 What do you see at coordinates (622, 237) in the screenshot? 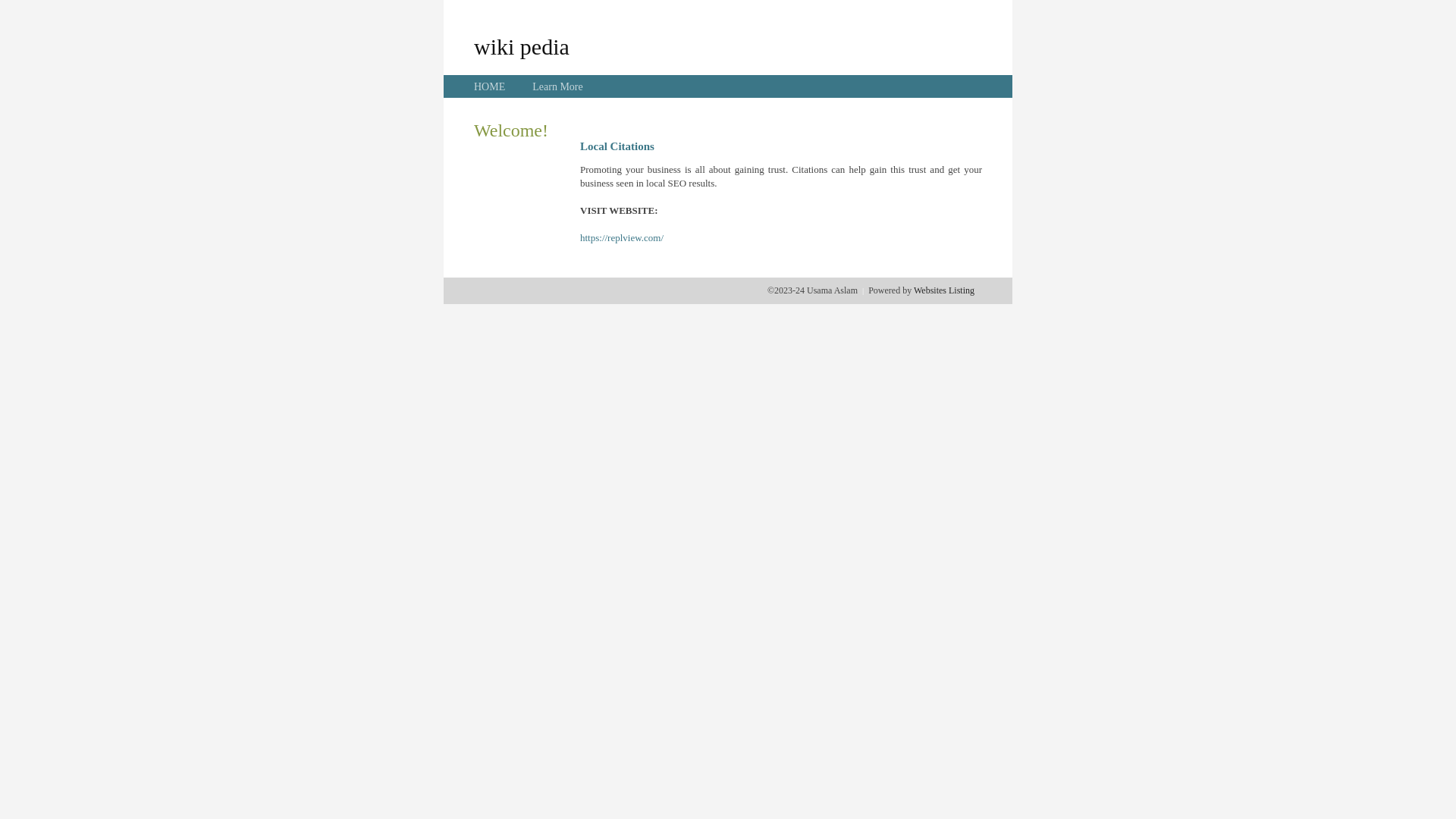
I see `'https://replview.com/'` at bounding box center [622, 237].